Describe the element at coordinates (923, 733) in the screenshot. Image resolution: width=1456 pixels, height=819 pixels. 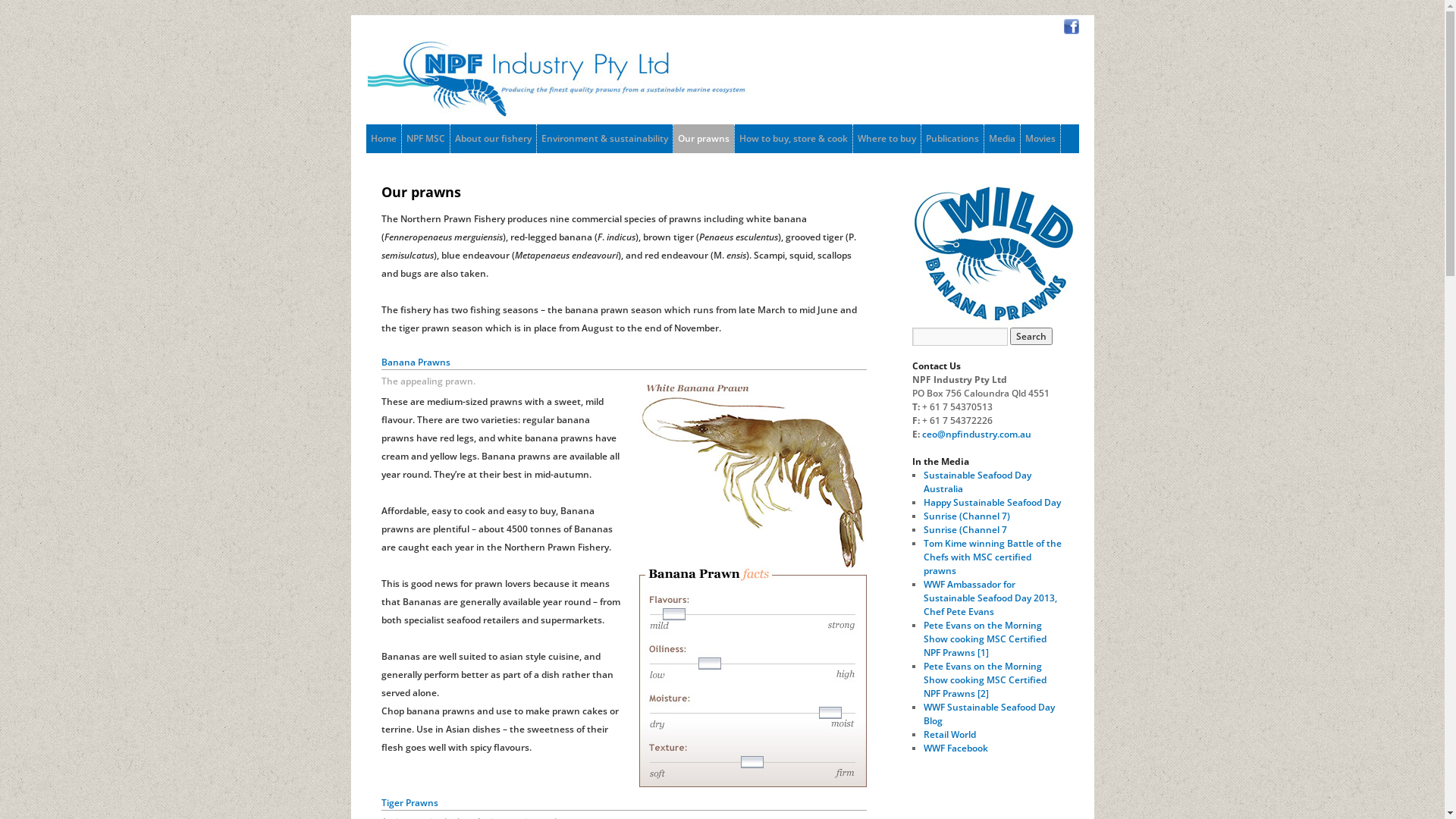
I see `'Retail World'` at that location.